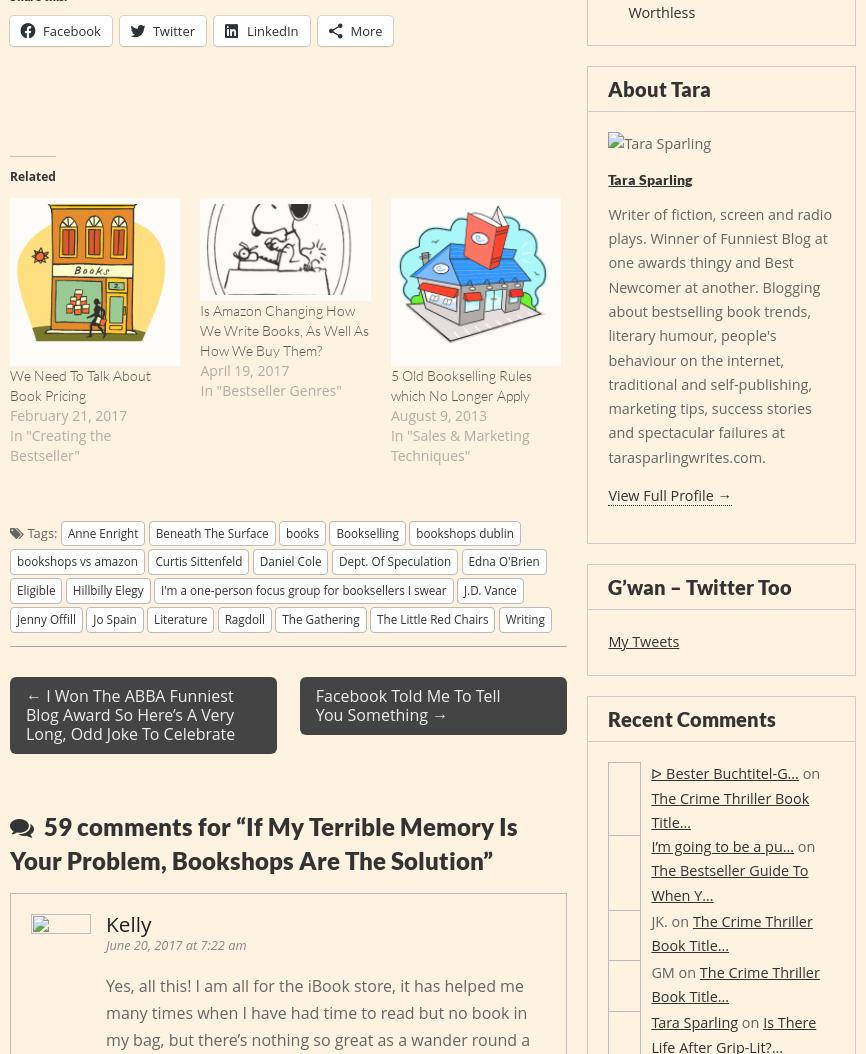  Describe the element at coordinates (431, 616) in the screenshot. I see `'The Little Red Chairs'` at that location.